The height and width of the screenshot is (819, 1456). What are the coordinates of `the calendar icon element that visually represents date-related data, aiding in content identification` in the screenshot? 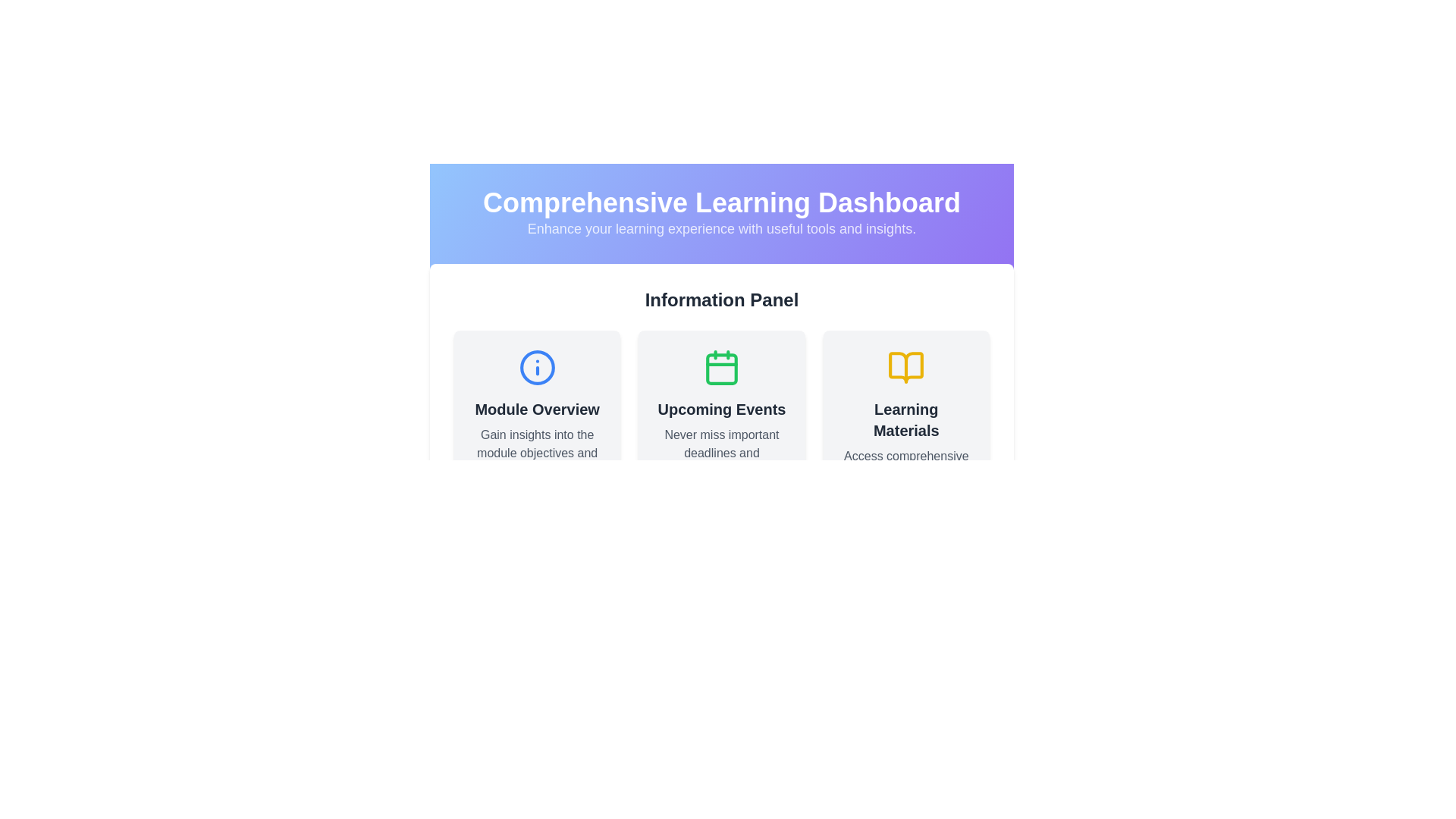 It's located at (720, 369).